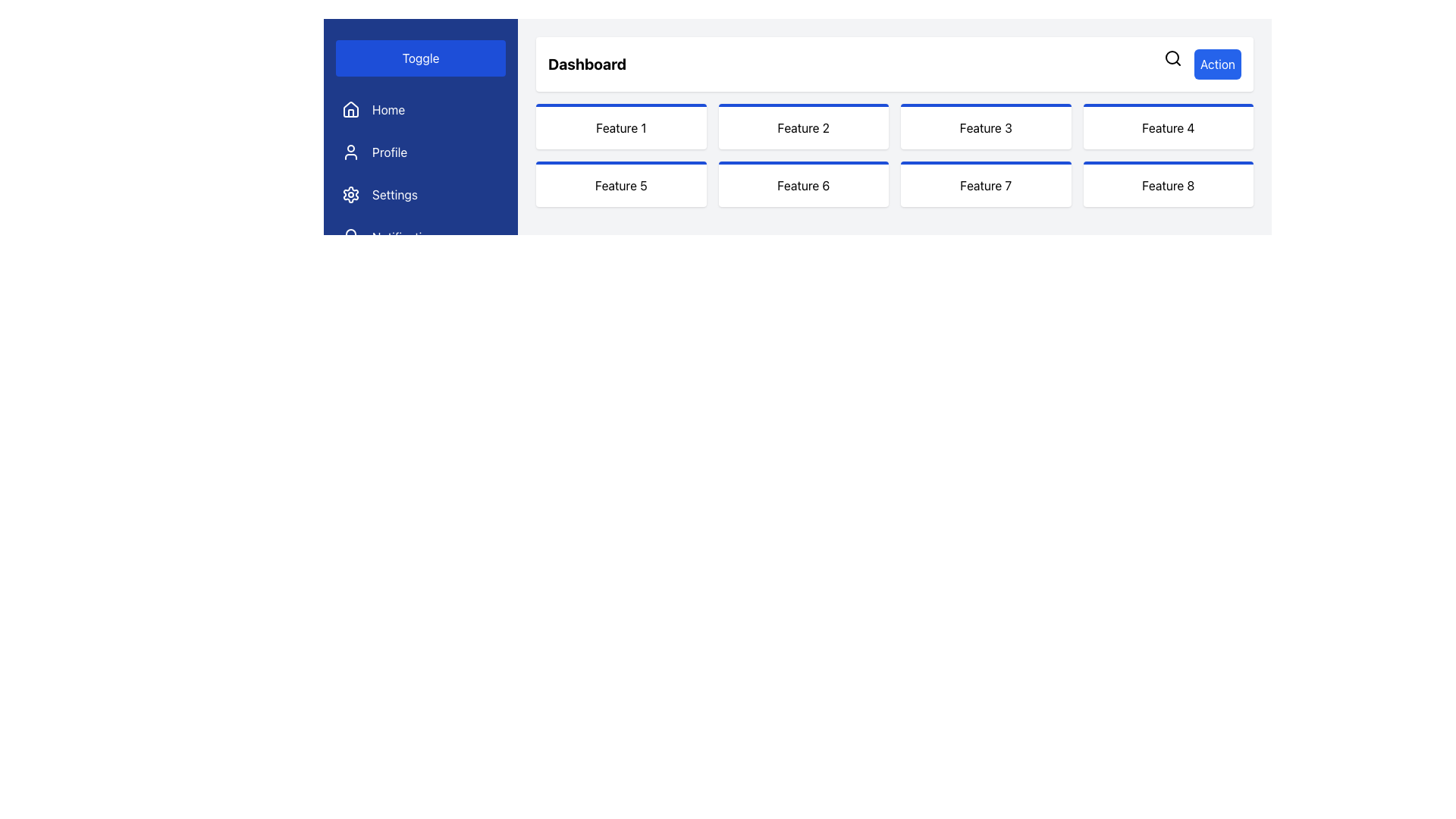 The image size is (1456, 819). I want to click on the magnifying glass icon located to the left of the 'Action' button, so click(1172, 58).